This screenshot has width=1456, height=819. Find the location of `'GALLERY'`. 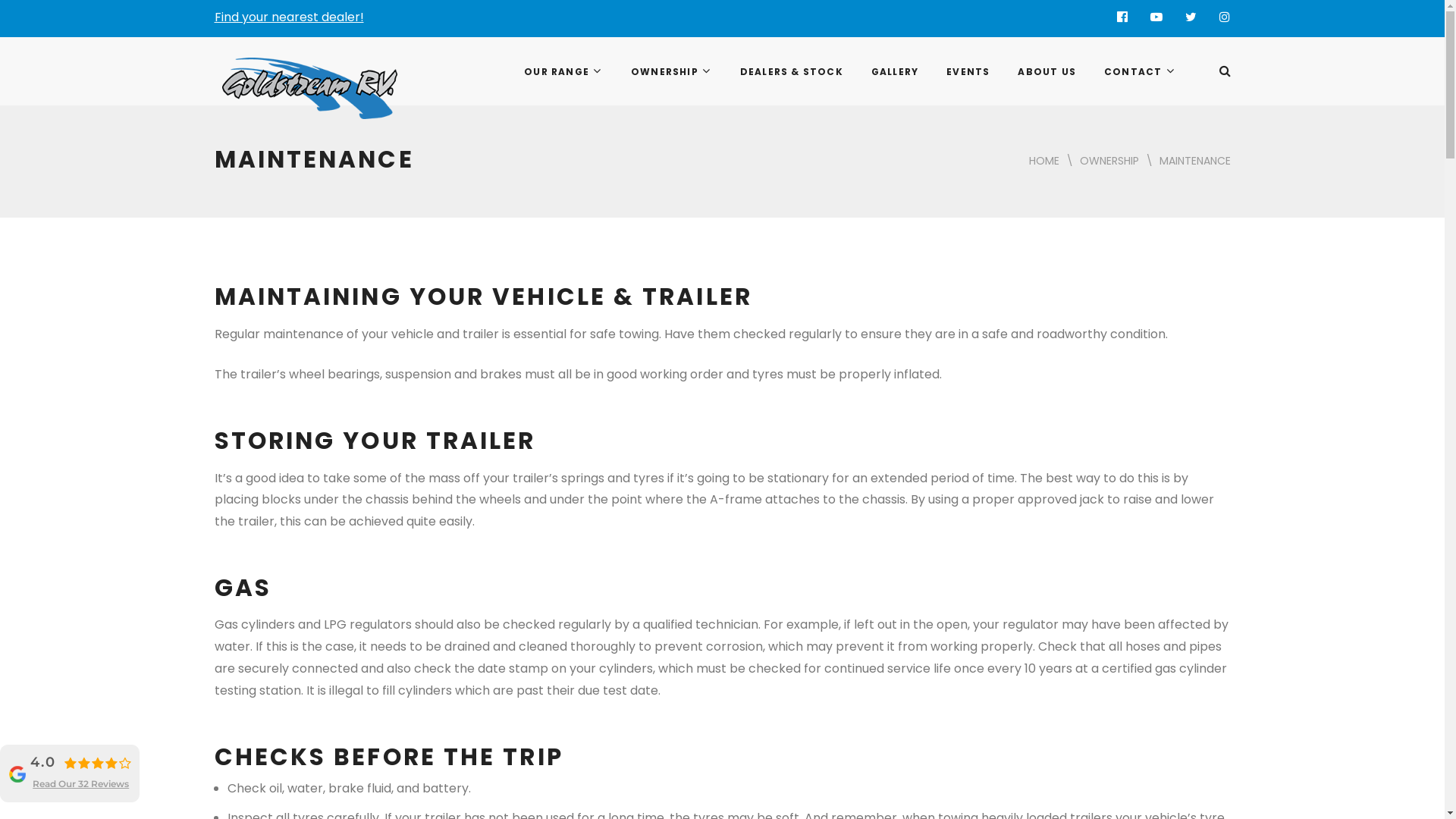

'GALLERY' is located at coordinates (893, 71).